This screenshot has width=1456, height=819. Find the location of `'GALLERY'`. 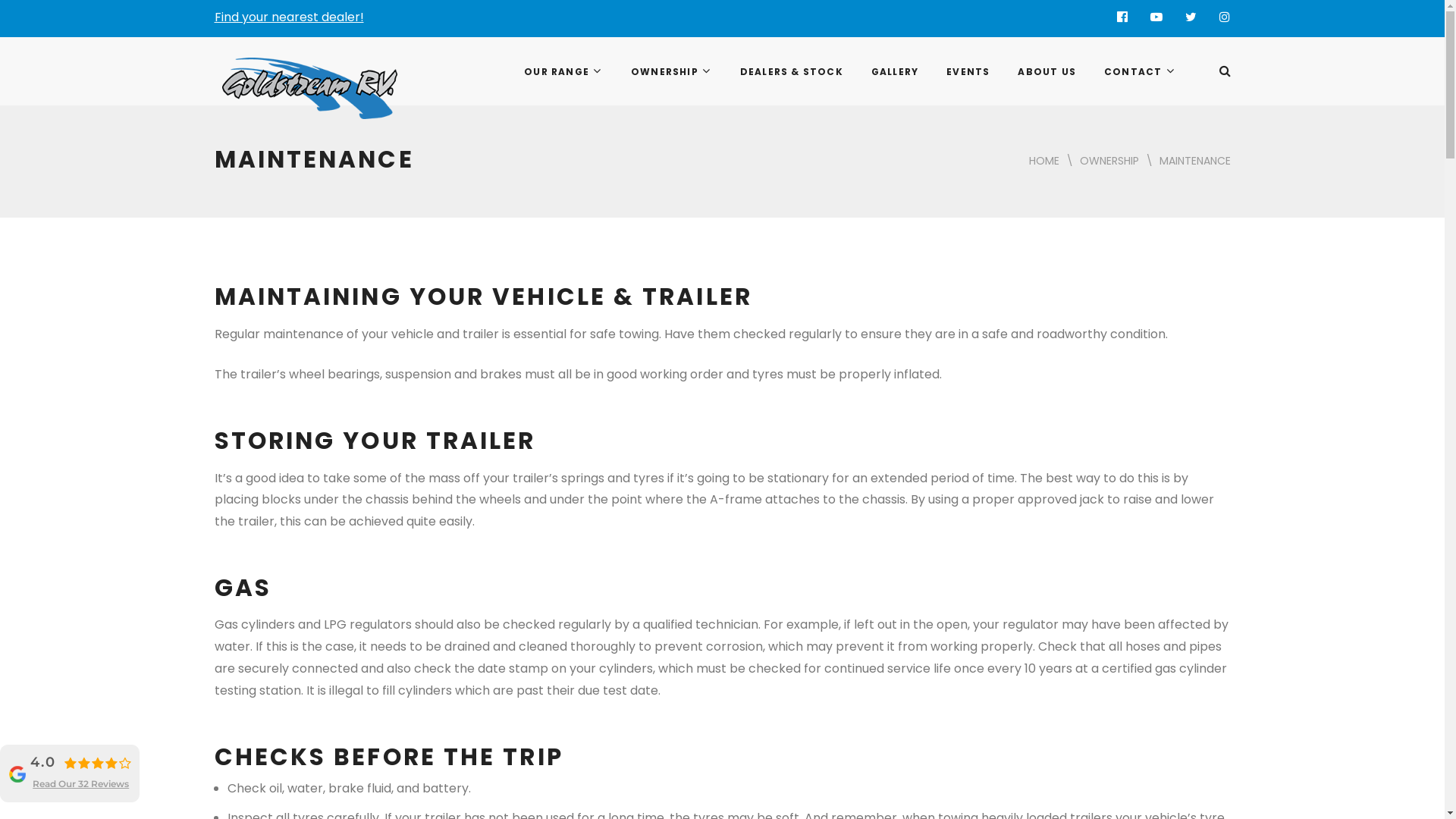

'GALLERY' is located at coordinates (893, 71).